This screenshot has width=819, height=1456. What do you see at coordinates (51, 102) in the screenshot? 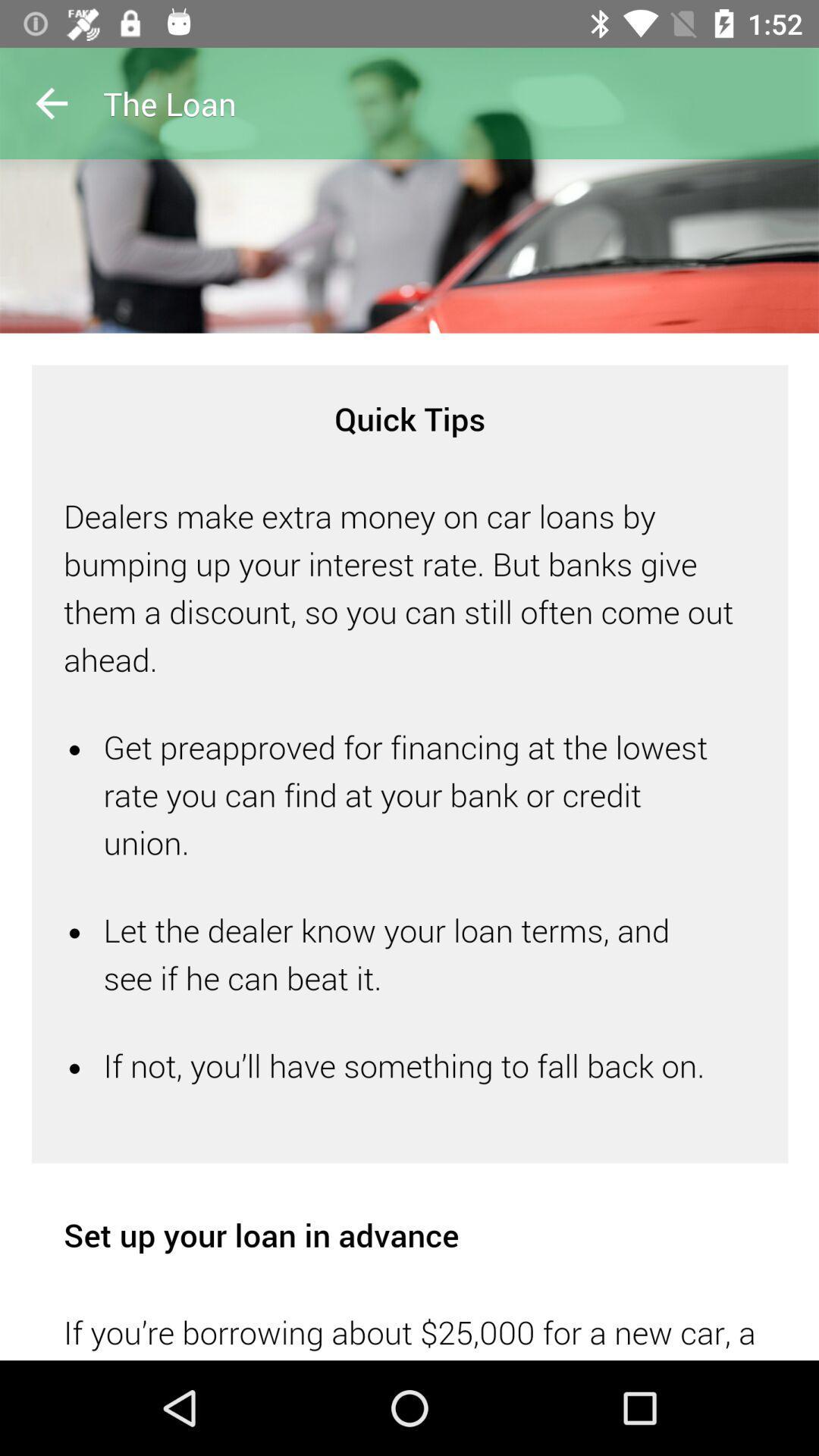
I see `back` at bounding box center [51, 102].